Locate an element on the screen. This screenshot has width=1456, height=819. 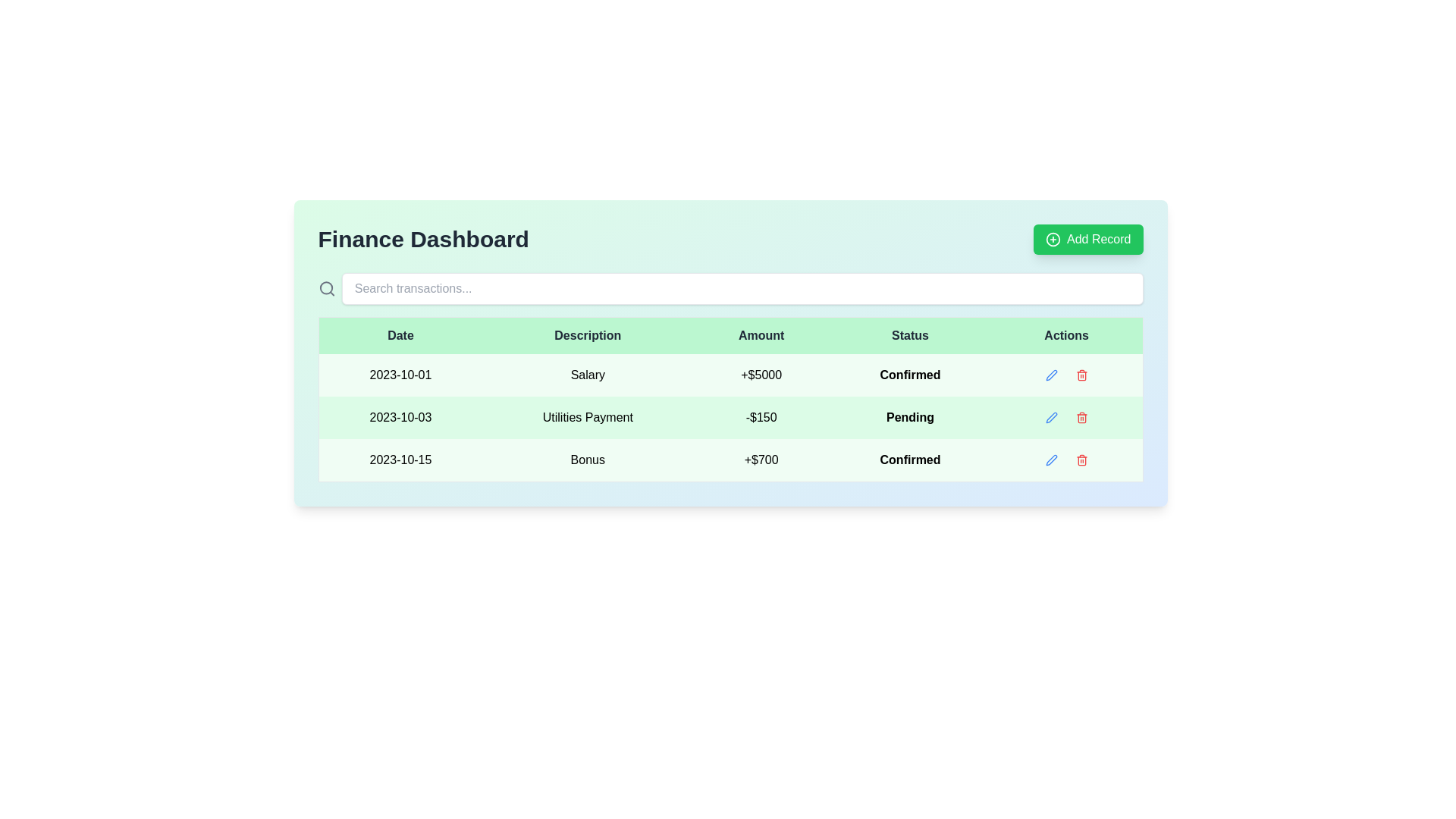
the trash icon element located in the rightmost column under the 'Actions' heading in the third row of the table is located at coordinates (1081, 460).